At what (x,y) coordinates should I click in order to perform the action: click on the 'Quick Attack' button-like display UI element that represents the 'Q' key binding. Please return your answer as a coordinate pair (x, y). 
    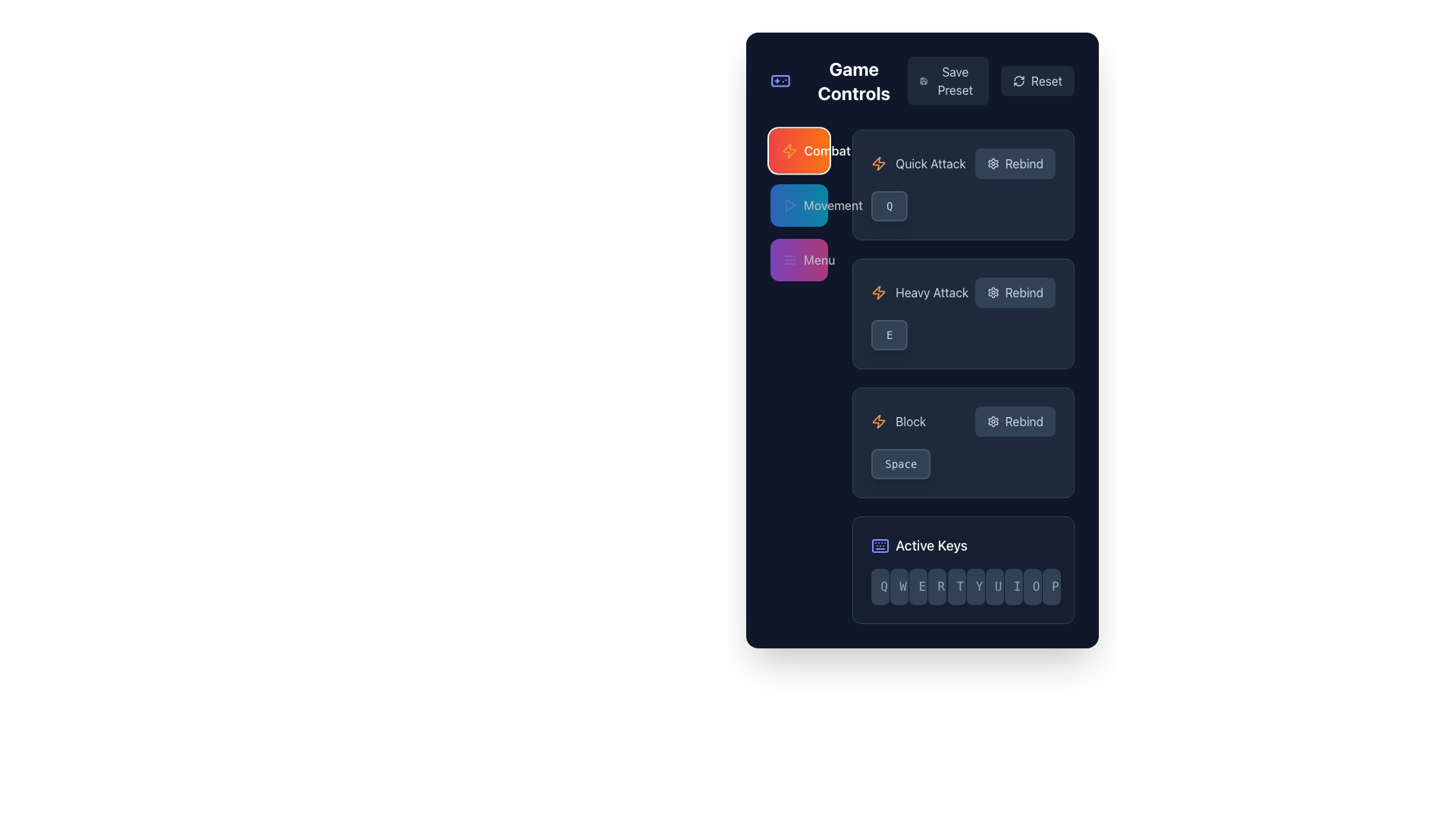
    Looking at the image, I should click on (962, 206).